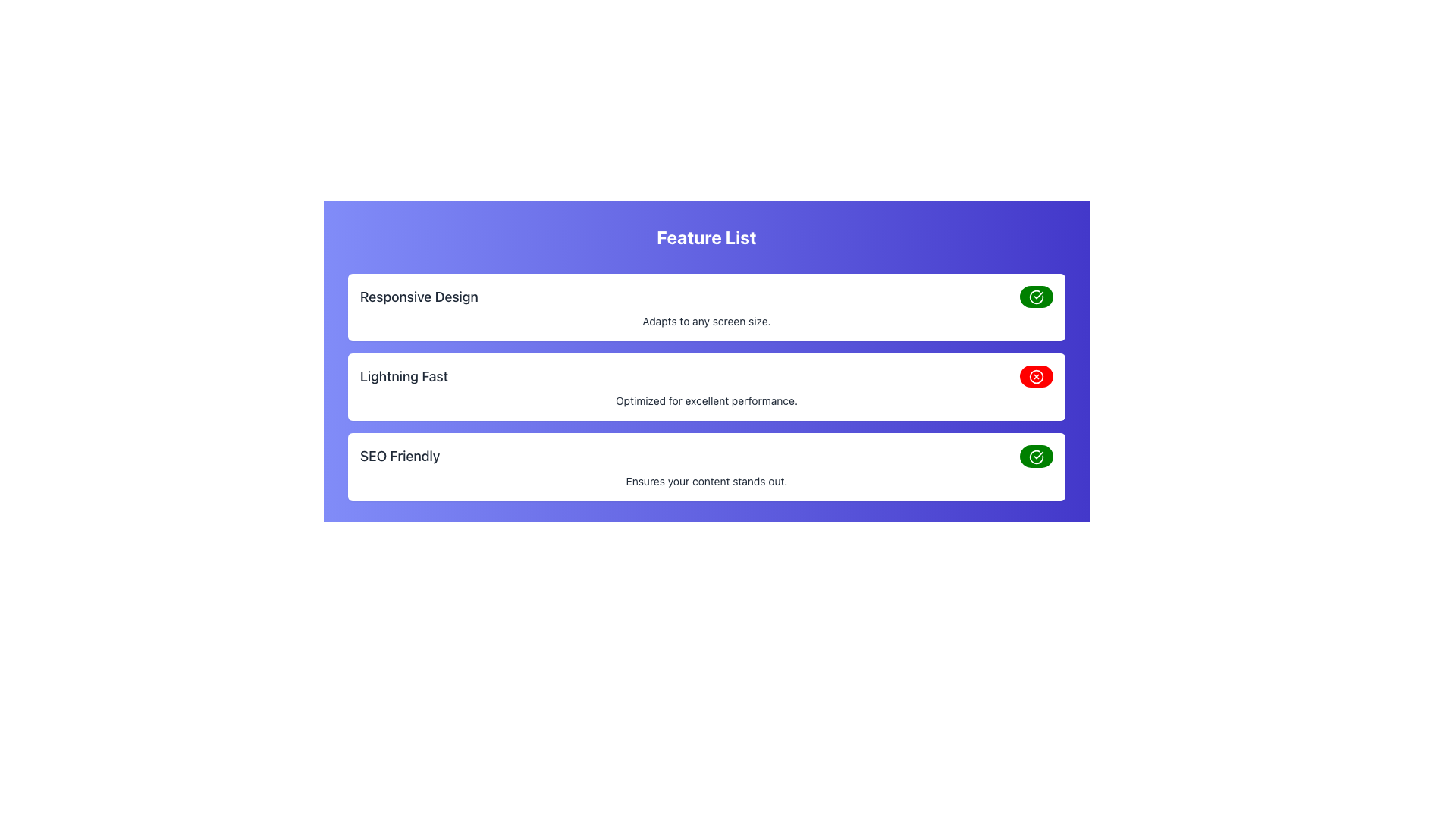 The image size is (1456, 819). Describe the element at coordinates (1036, 297) in the screenshot. I see `the small circular icon with a green background and a checkmark symbol, which is aligned to the right side of the 'SEO Friendly' label in the feature list` at that location.